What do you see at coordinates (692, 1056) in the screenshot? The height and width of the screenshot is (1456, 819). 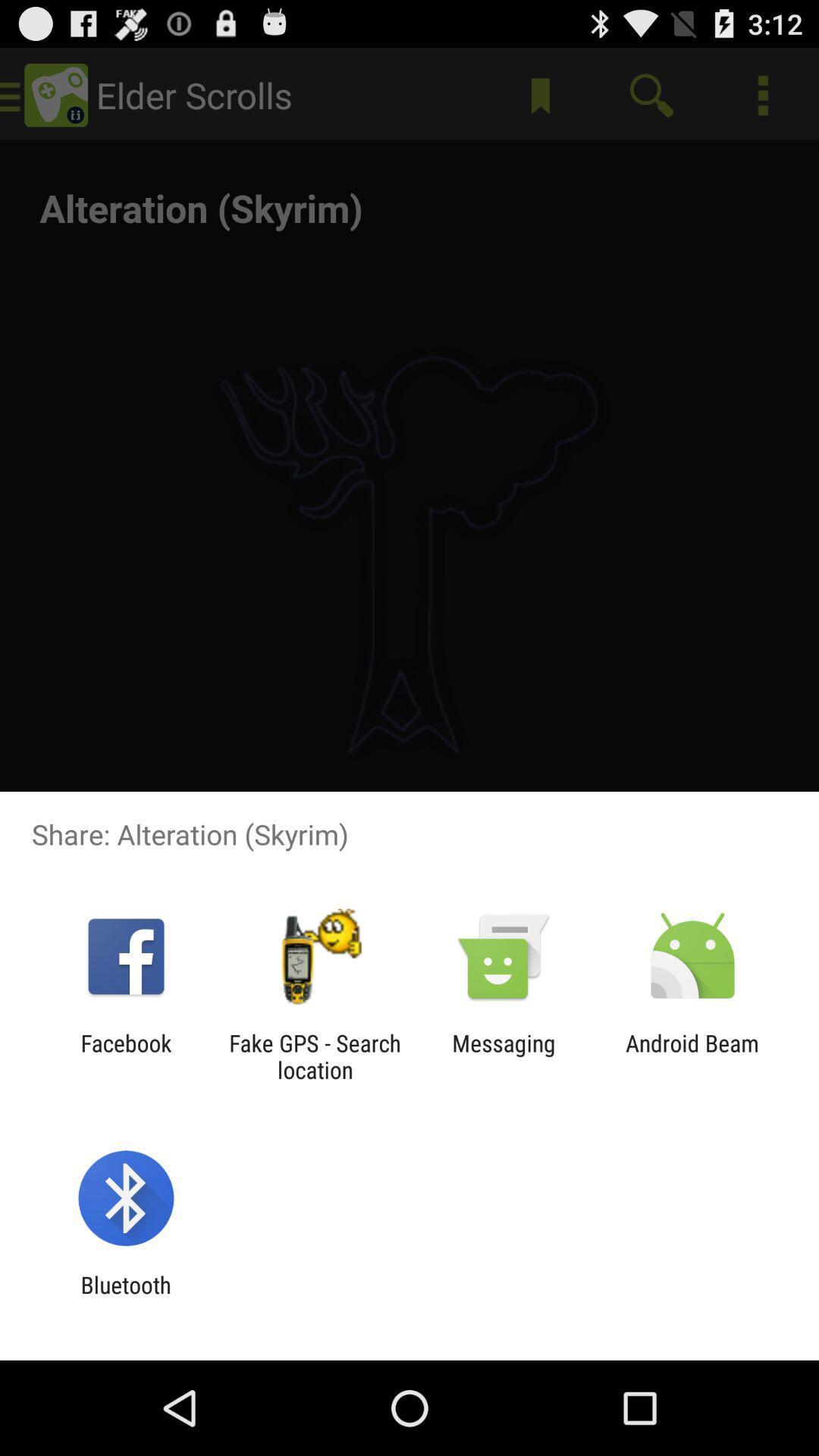 I see `icon next to messaging` at bounding box center [692, 1056].